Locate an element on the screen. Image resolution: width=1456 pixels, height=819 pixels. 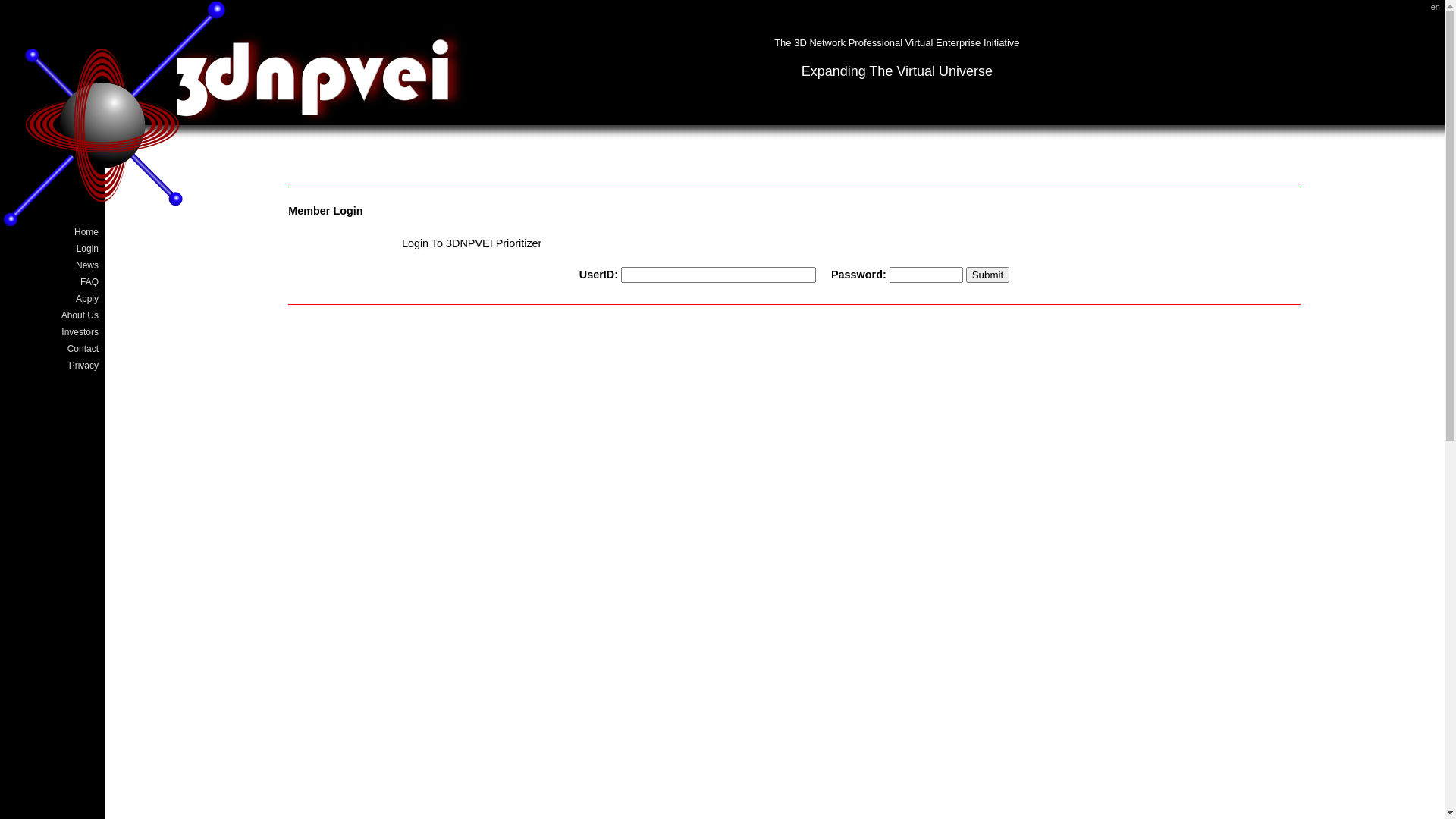
'Apply' is located at coordinates (53, 298).